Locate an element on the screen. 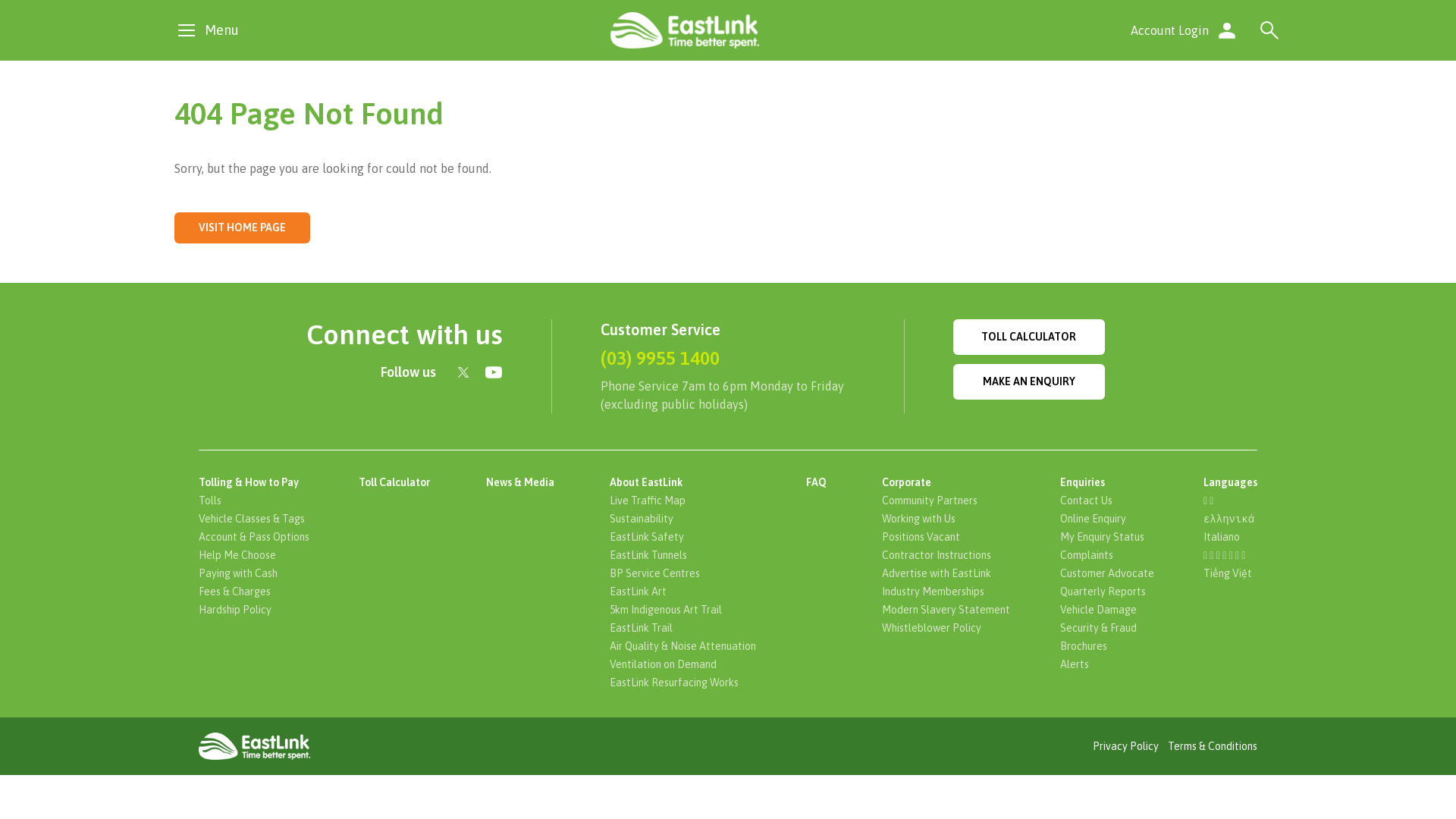 Image resolution: width=1456 pixels, height=819 pixels. 'TOLL CALCULATOR' is located at coordinates (1029, 336).